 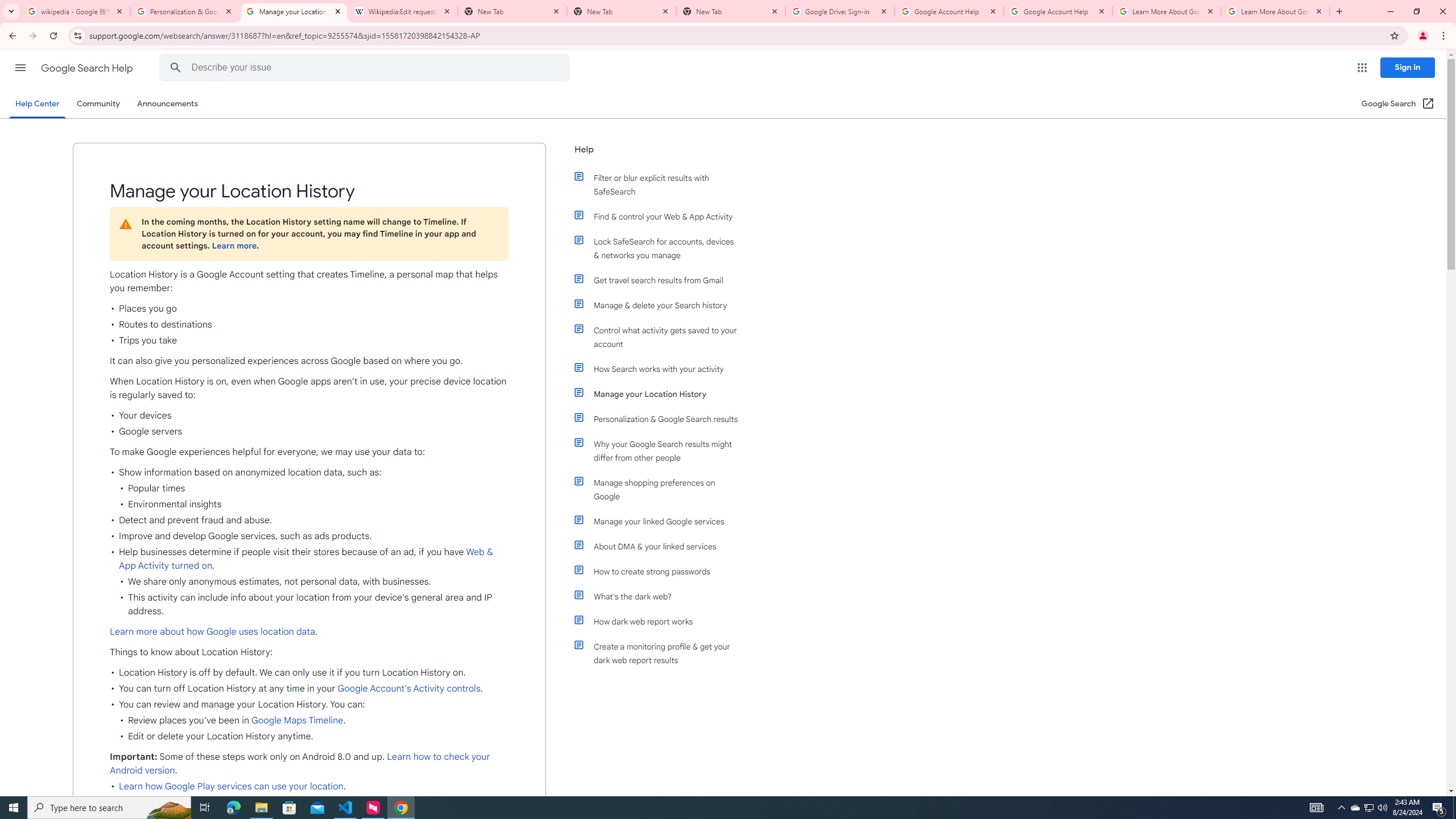 What do you see at coordinates (661, 571) in the screenshot?
I see `'How to create strong passwords'` at bounding box center [661, 571].